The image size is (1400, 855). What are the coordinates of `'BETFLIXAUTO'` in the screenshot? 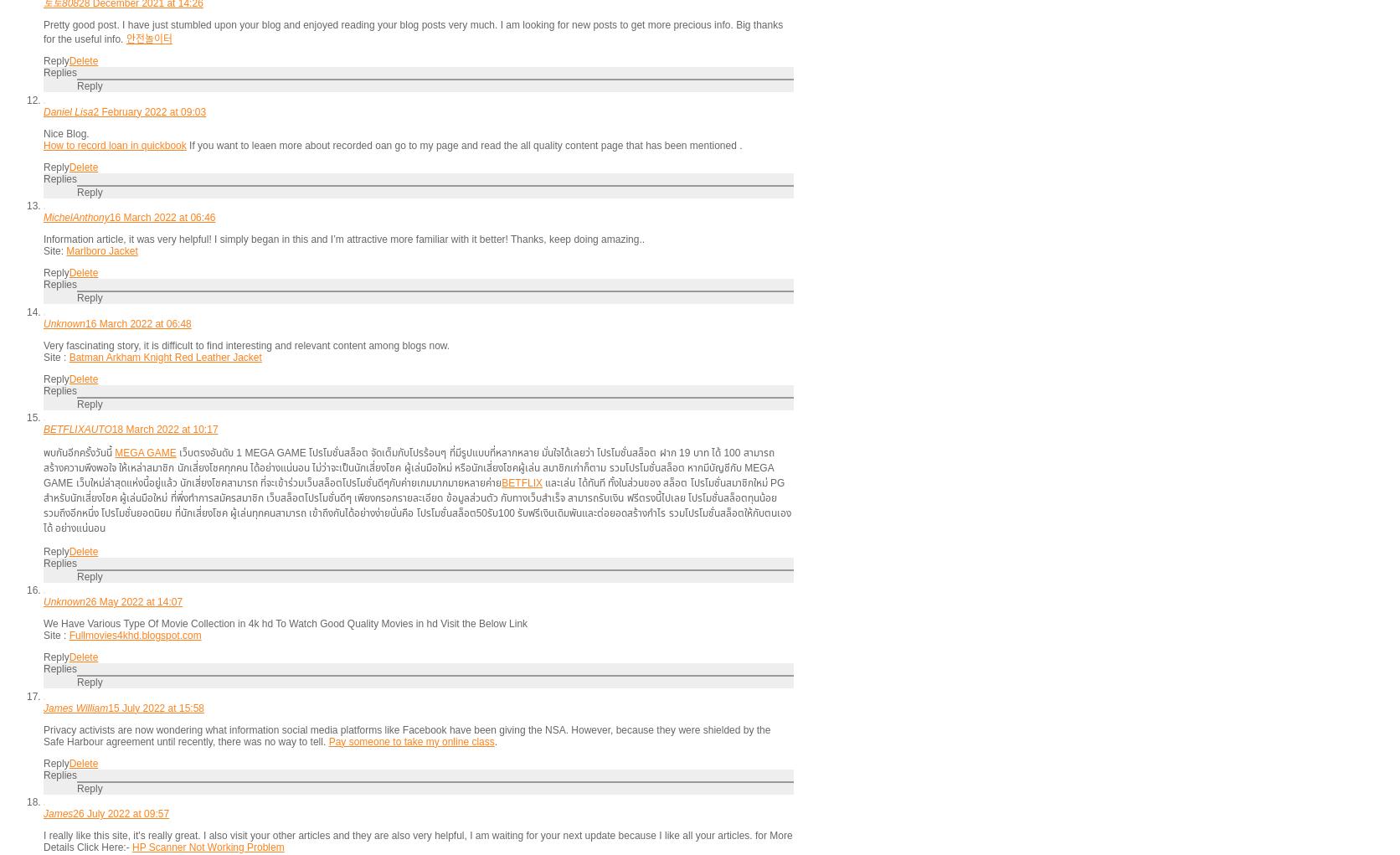 It's located at (77, 429).